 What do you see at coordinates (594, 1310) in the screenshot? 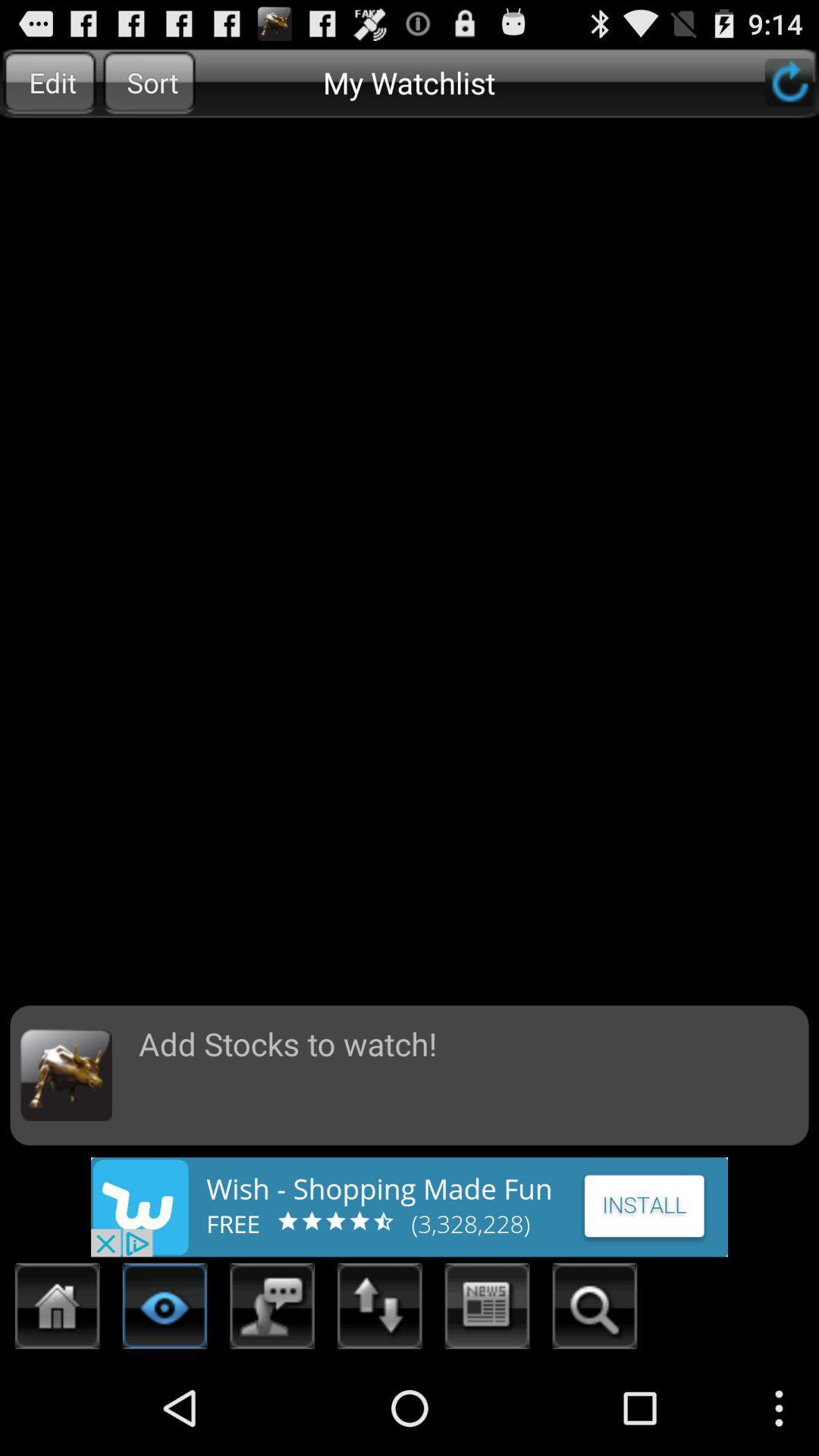
I see `search` at bounding box center [594, 1310].